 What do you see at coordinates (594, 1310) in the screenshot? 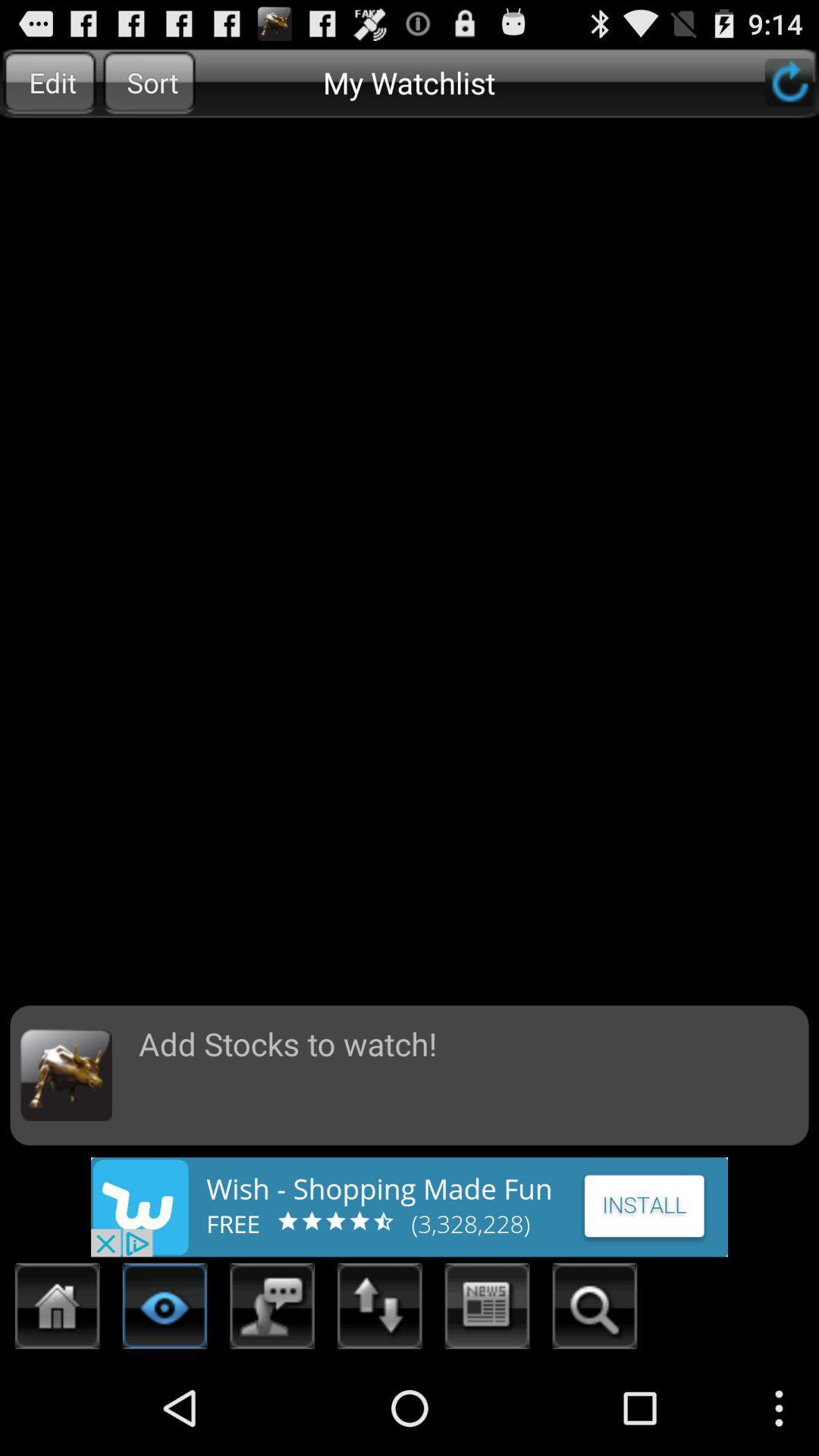
I see `search` at bounding box center [594, 1310].